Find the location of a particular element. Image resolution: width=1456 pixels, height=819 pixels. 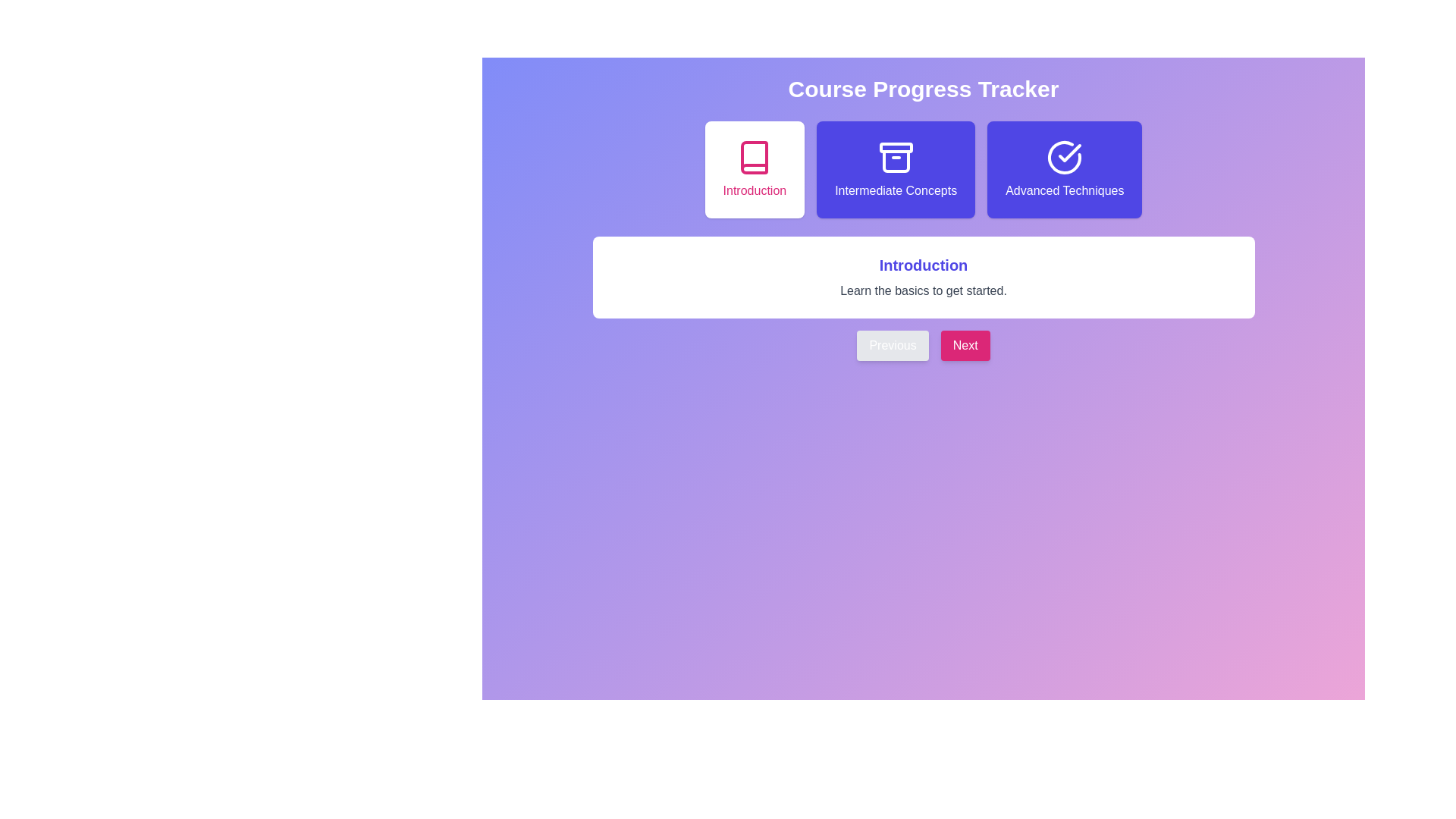

the card corresponding to Introduction to select it is located at coordinates (755, 169).